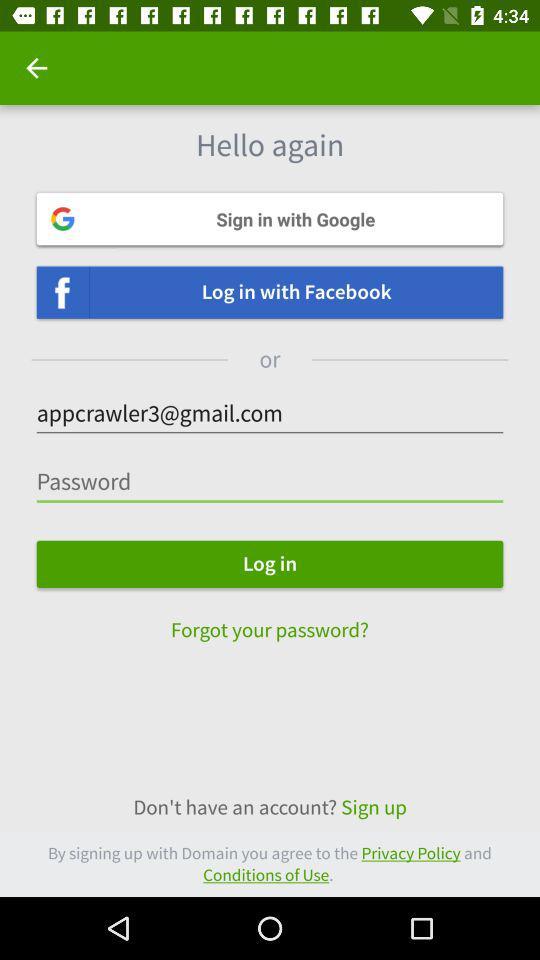 The width and height of the screenshot is (540, 960). Describe the element at coordinates (270, 481) in the screenshot. I see `type the password` at that location.